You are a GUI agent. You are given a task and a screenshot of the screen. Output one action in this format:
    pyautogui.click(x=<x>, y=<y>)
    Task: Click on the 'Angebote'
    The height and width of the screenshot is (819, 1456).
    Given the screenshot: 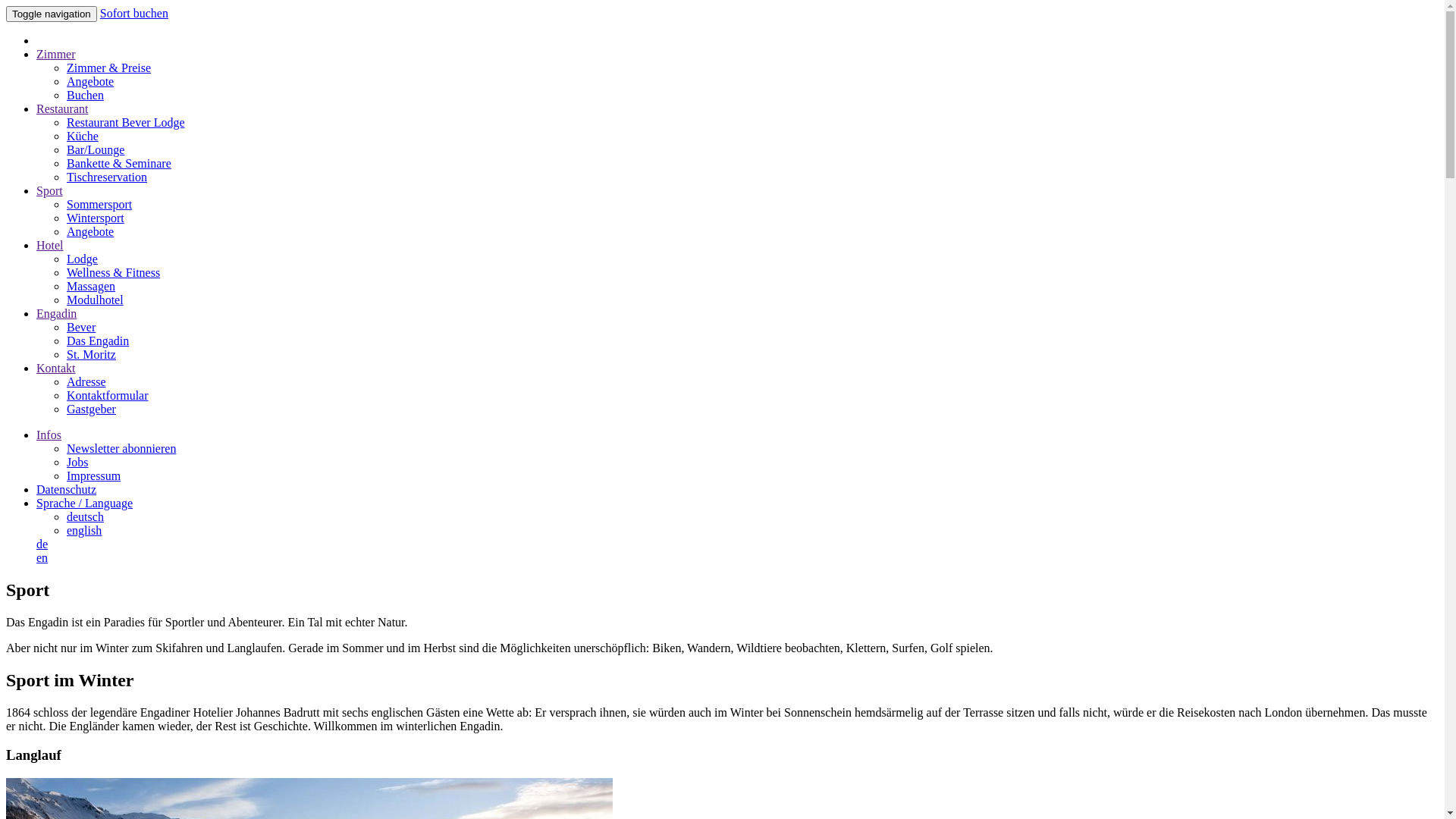 What is the action you would take?
    pyautogui.click(x=89, y=81)
    